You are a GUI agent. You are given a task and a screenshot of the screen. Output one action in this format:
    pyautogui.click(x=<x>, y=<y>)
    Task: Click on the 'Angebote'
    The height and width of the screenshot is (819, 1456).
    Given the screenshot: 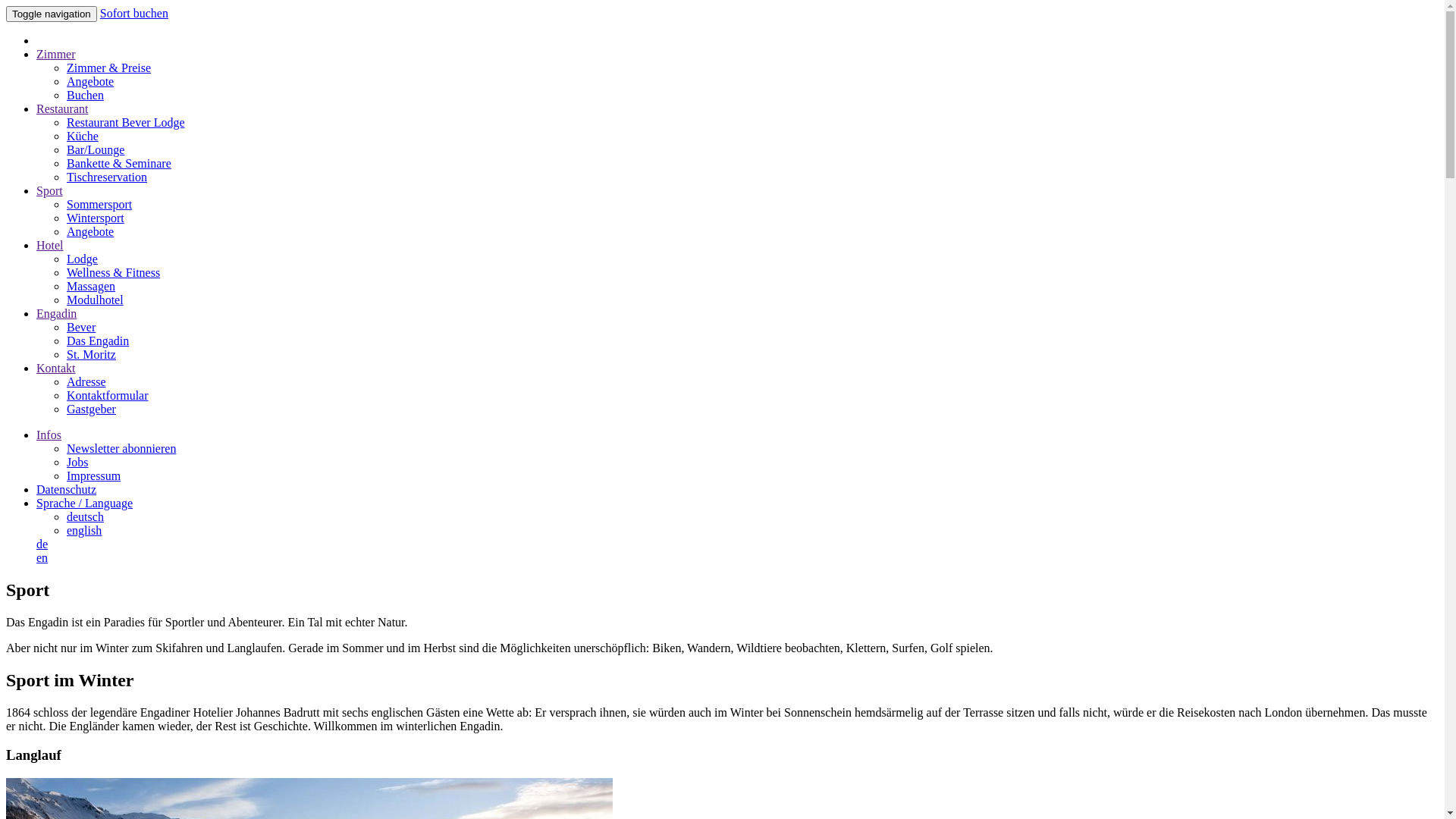 What is the action you would take?
    pyautogui.click(x=89, y=81)
    